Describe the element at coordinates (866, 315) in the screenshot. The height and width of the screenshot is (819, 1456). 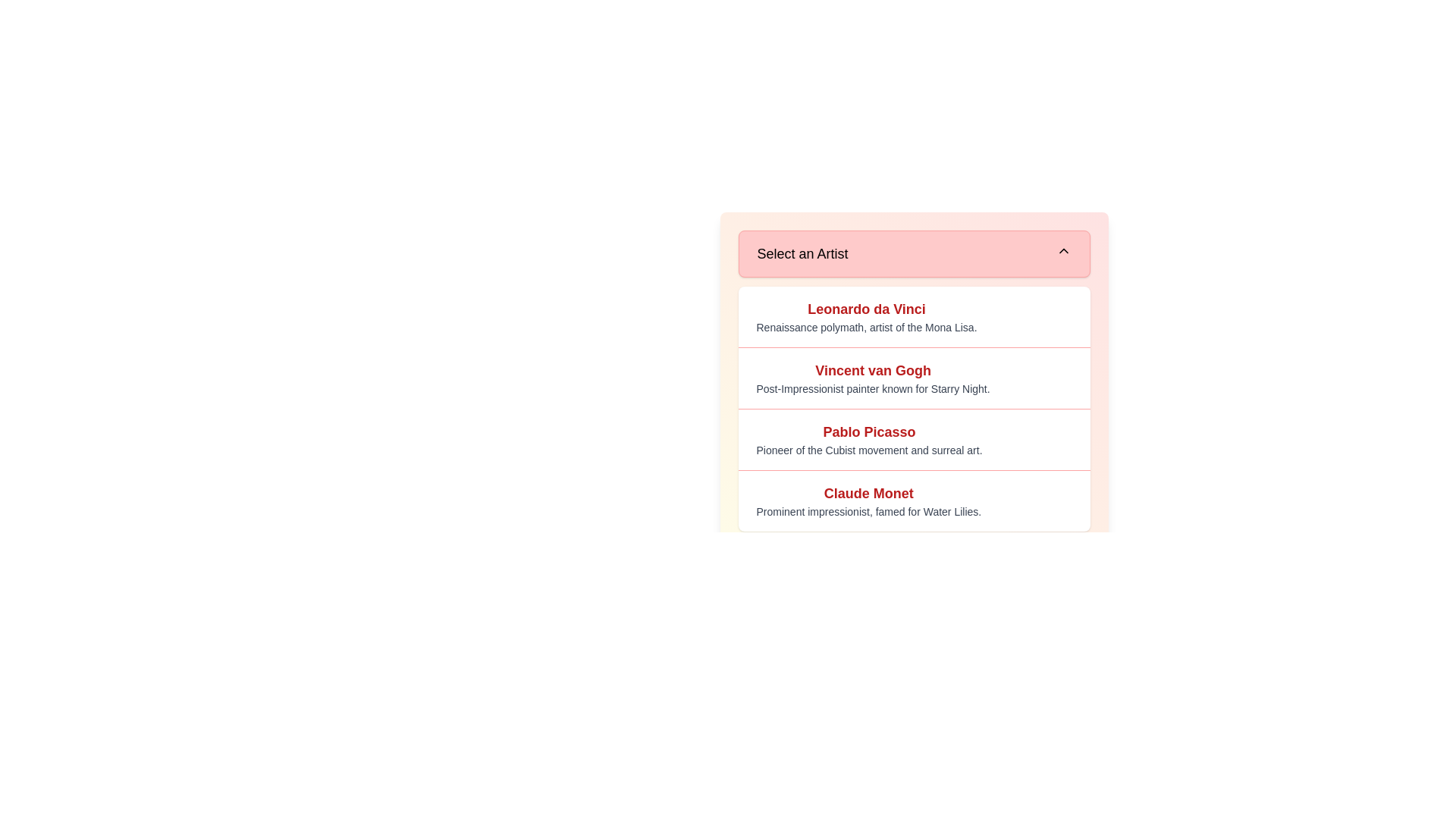
I see `the first list entry labeled 'Leonardo da Vinci'` at that location.